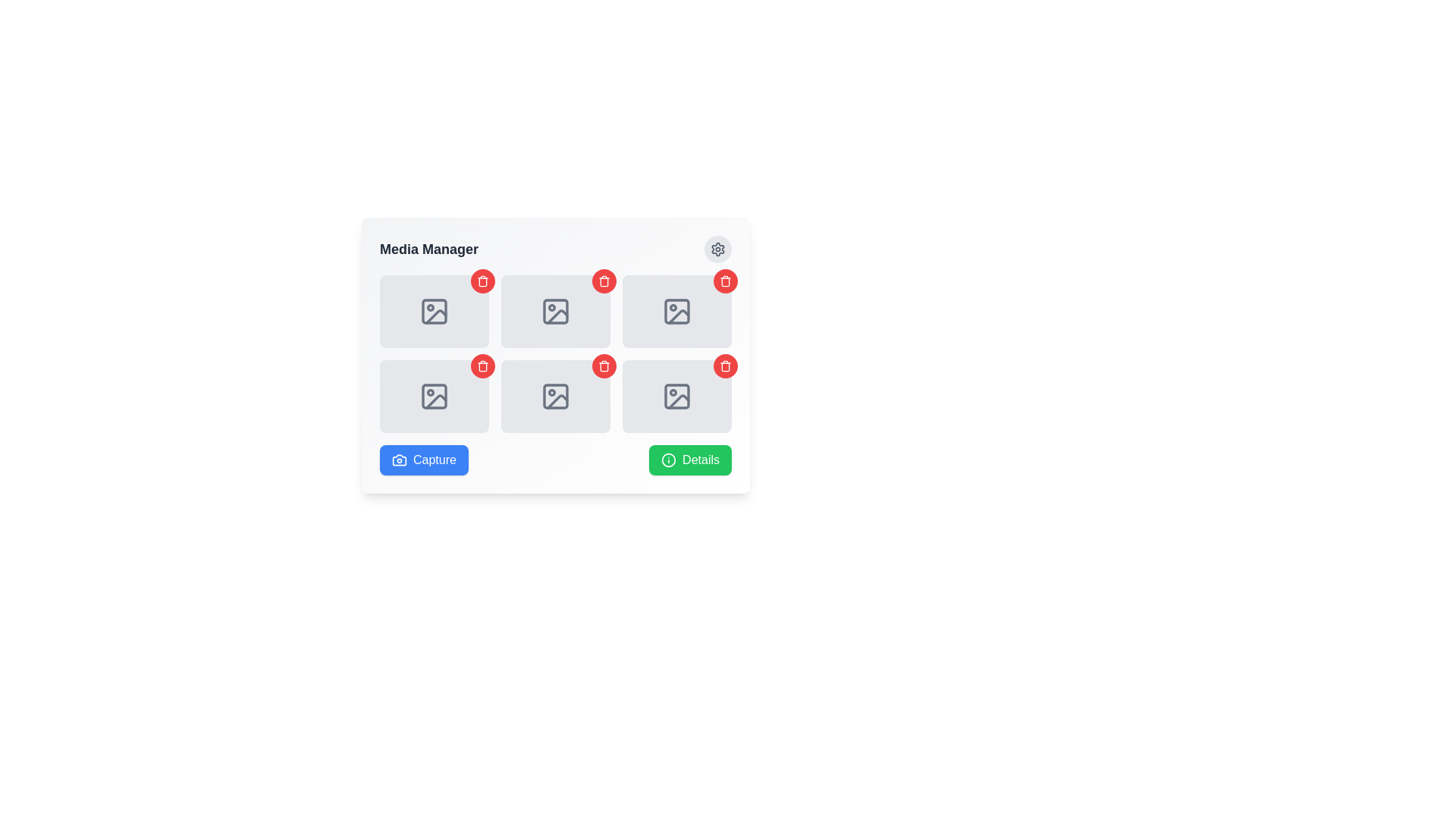 The height and width of the screenshot is (819, 1456). Describe the element at coordinates (668, 459) in the screenshot. I see `the informational icon within the 'Details' button` at that location.